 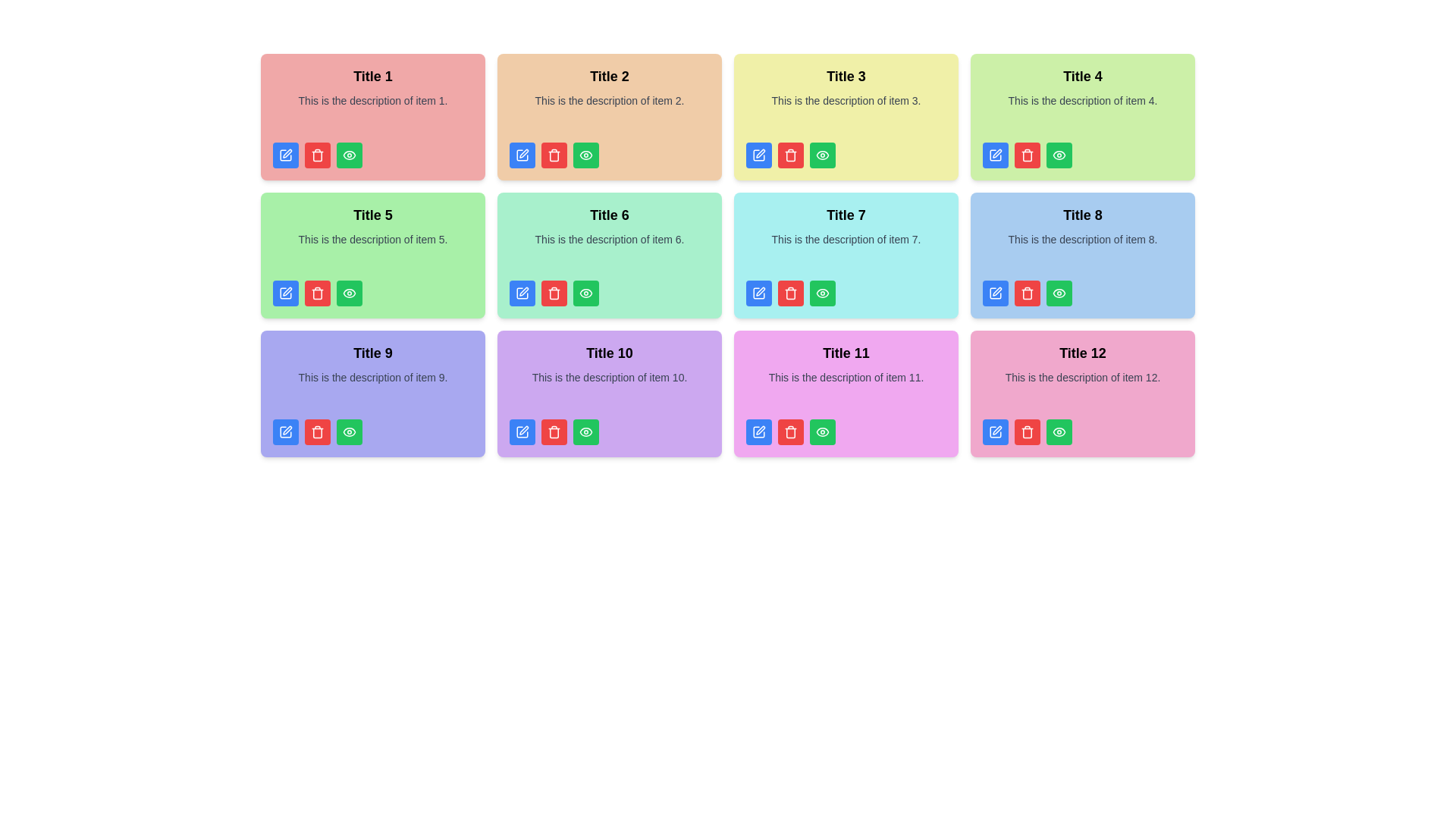 What do you see at coordinates (286, 431) in the screenshot?
I see `the blue icon-button resembling an open sheet with a pencil overlay located at the lower left corner of the card titled 'Title 9' to initiate the edit action` at bounding box center [286, 431].